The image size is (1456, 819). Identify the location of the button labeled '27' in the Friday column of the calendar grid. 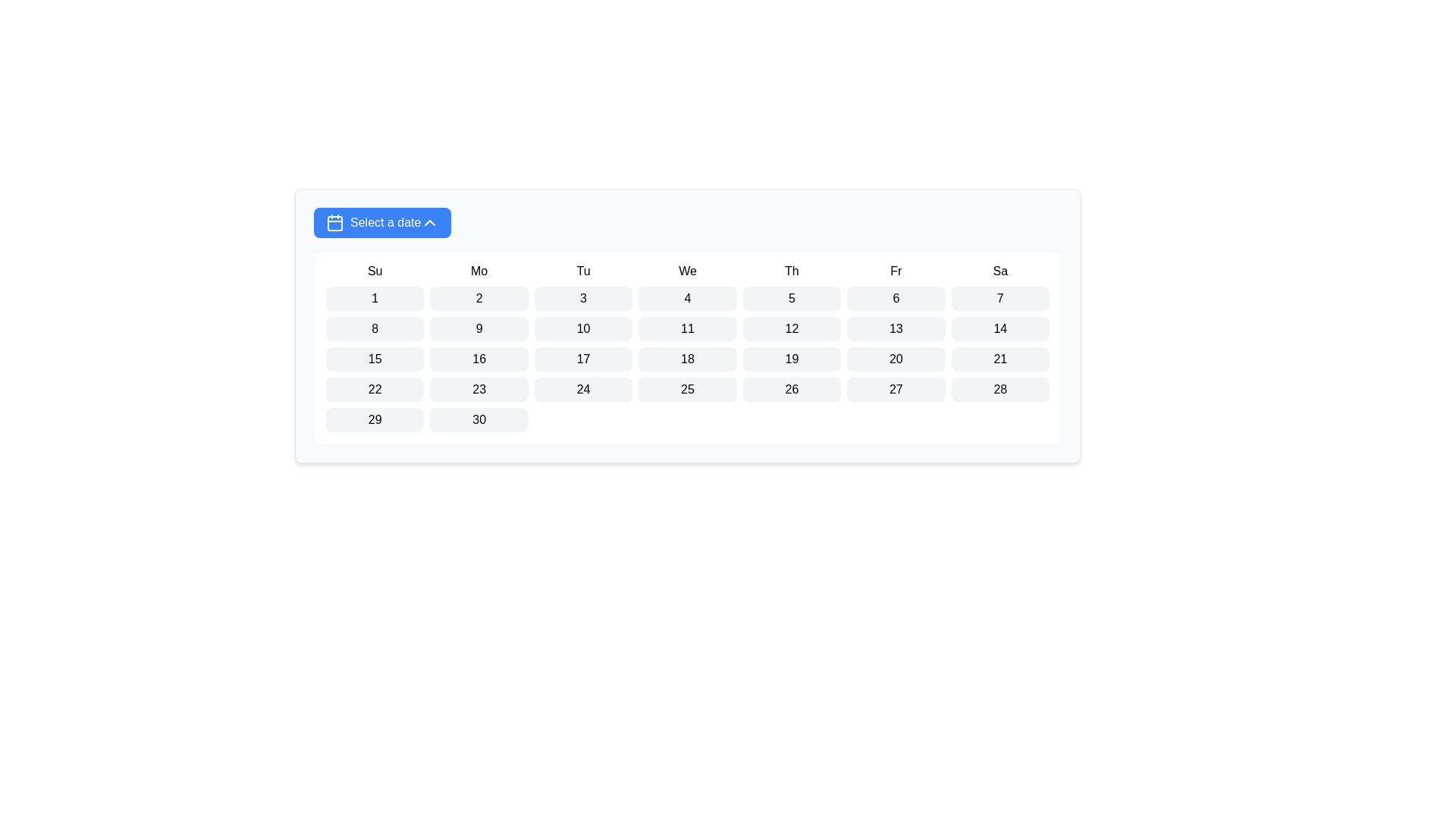
(896, 388).